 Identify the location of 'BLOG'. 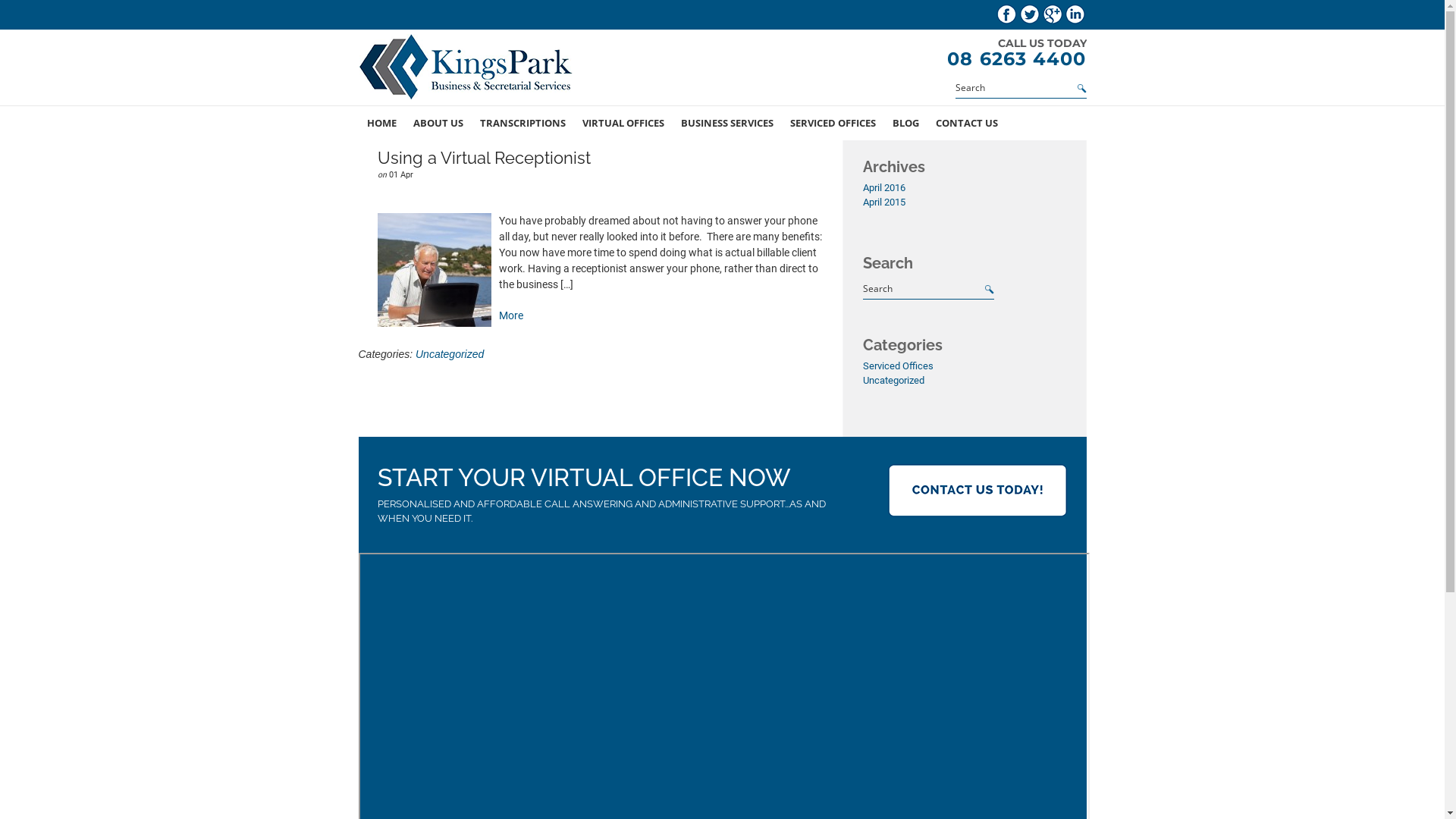
(905, 122).